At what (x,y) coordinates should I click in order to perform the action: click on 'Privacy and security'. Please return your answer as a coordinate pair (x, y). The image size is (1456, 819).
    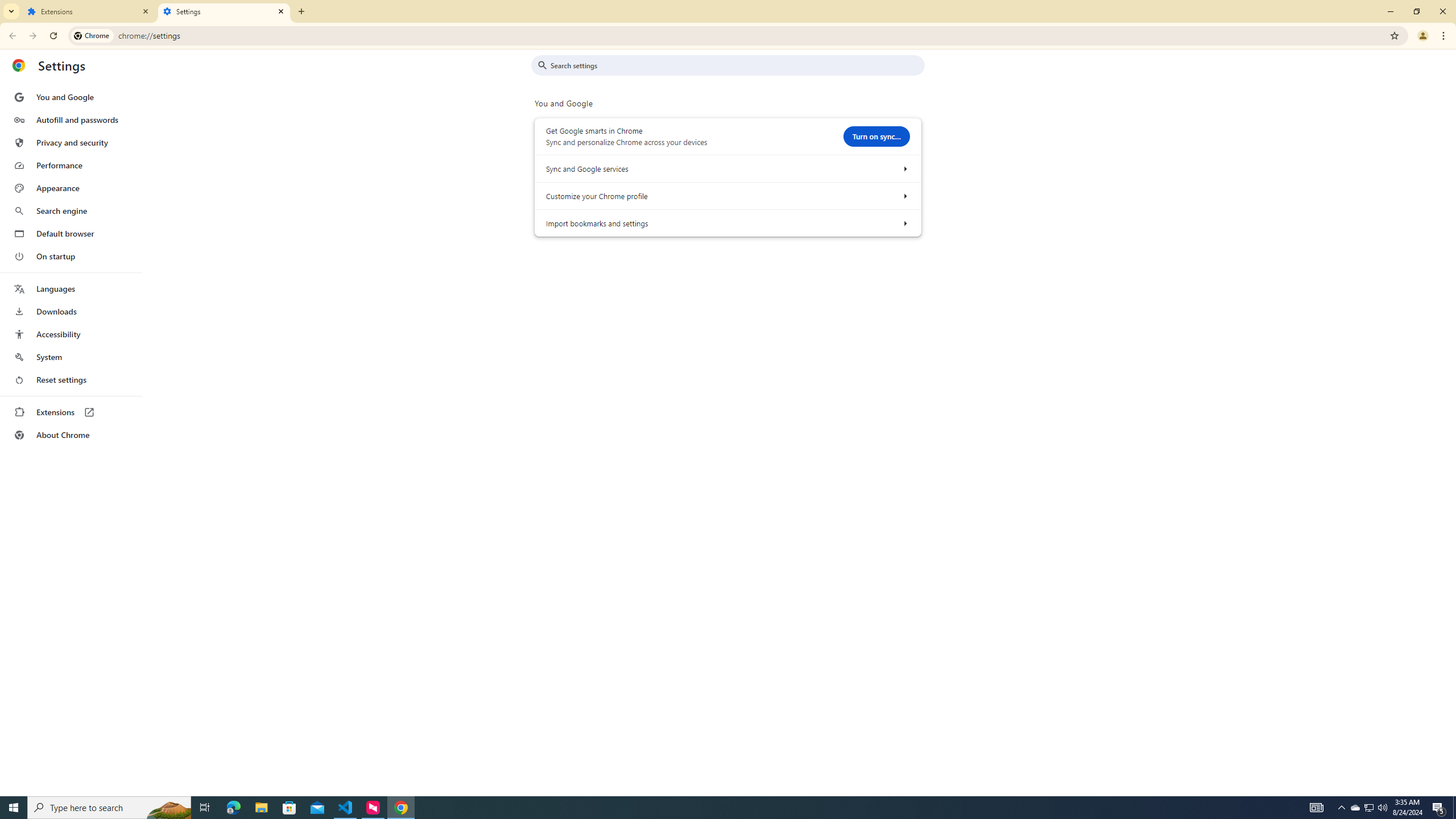
    Looking at the image, I should click on (70, 142).